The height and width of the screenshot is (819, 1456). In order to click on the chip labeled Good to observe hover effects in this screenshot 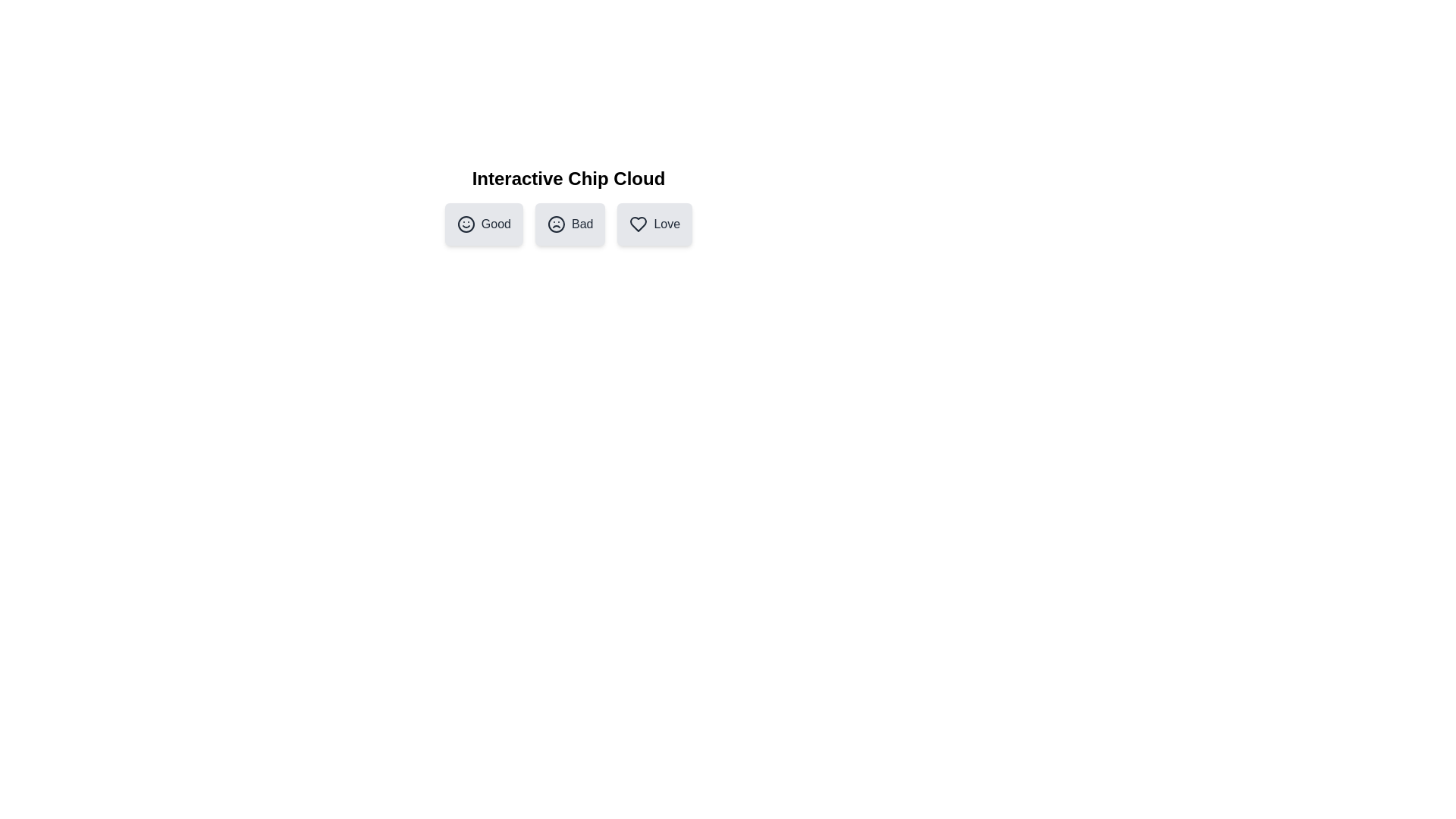, I will do `click(483, 224)`.